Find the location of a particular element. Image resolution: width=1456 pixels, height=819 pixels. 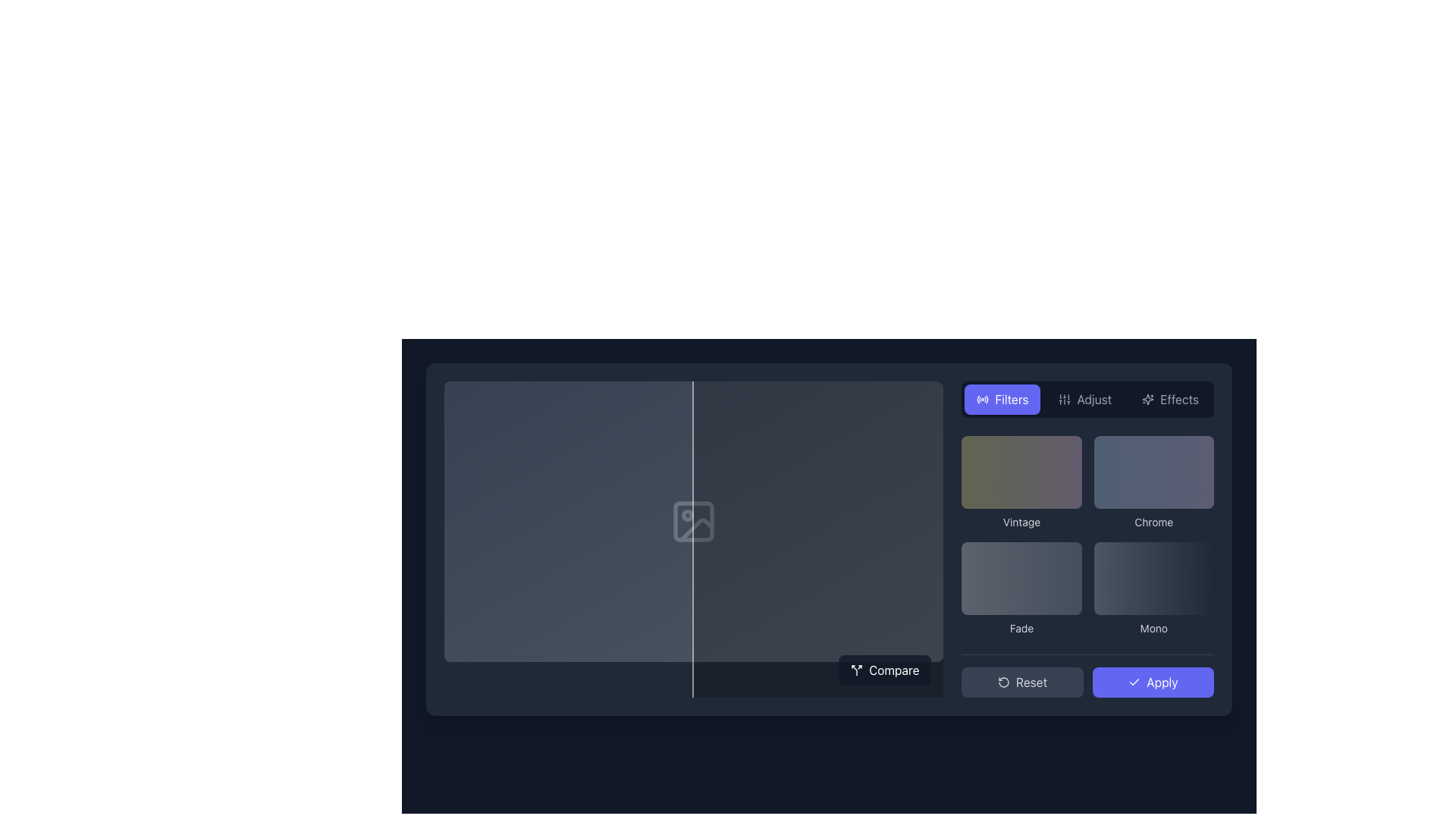

the 'Filters' button is located at coordinates (1003, 399).